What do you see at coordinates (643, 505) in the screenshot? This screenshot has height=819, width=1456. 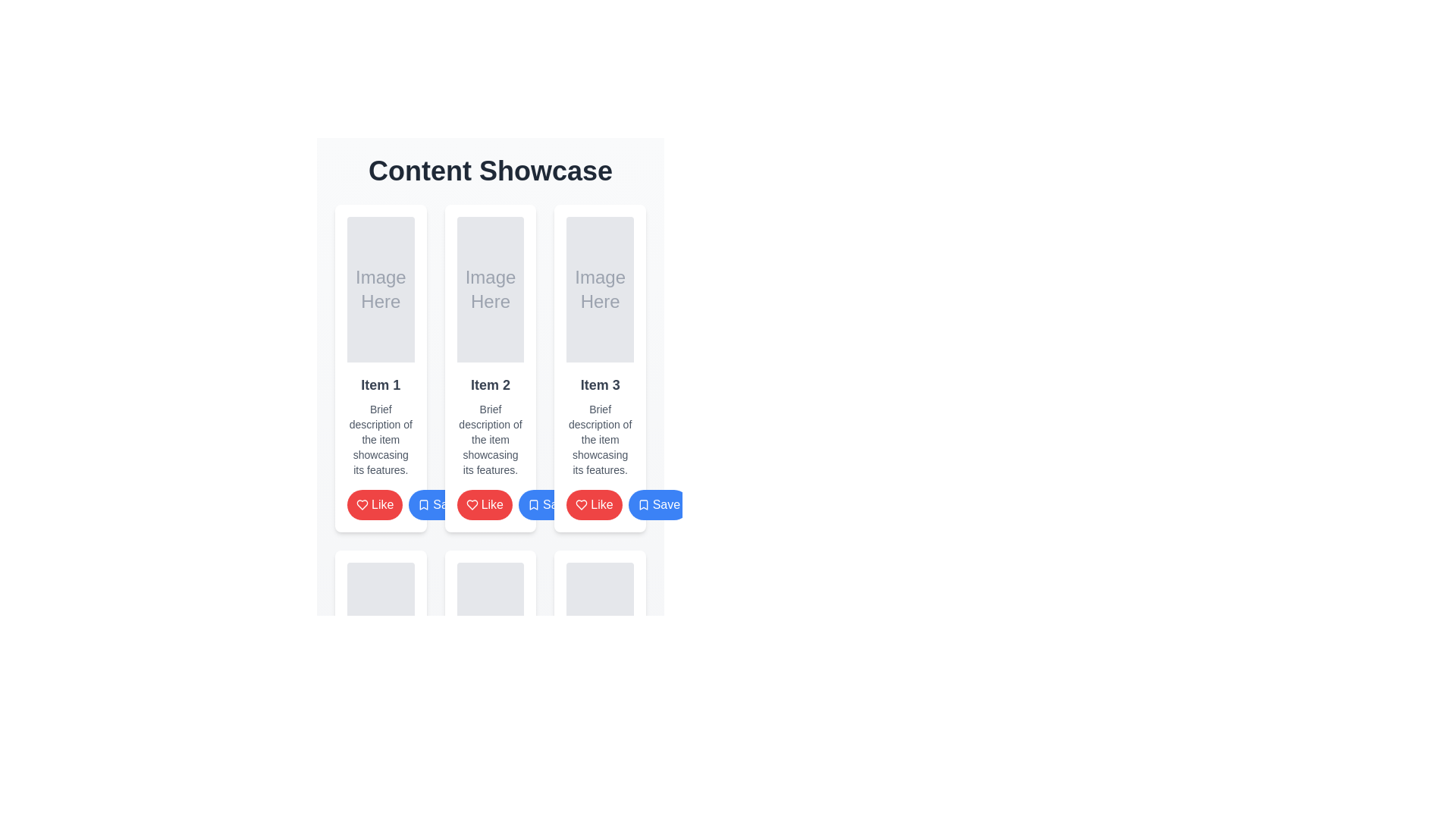 I see `the 'Save' icon, which is located within the 'Save' button of the third item in a vertical list` at bounding box center [643, 505].